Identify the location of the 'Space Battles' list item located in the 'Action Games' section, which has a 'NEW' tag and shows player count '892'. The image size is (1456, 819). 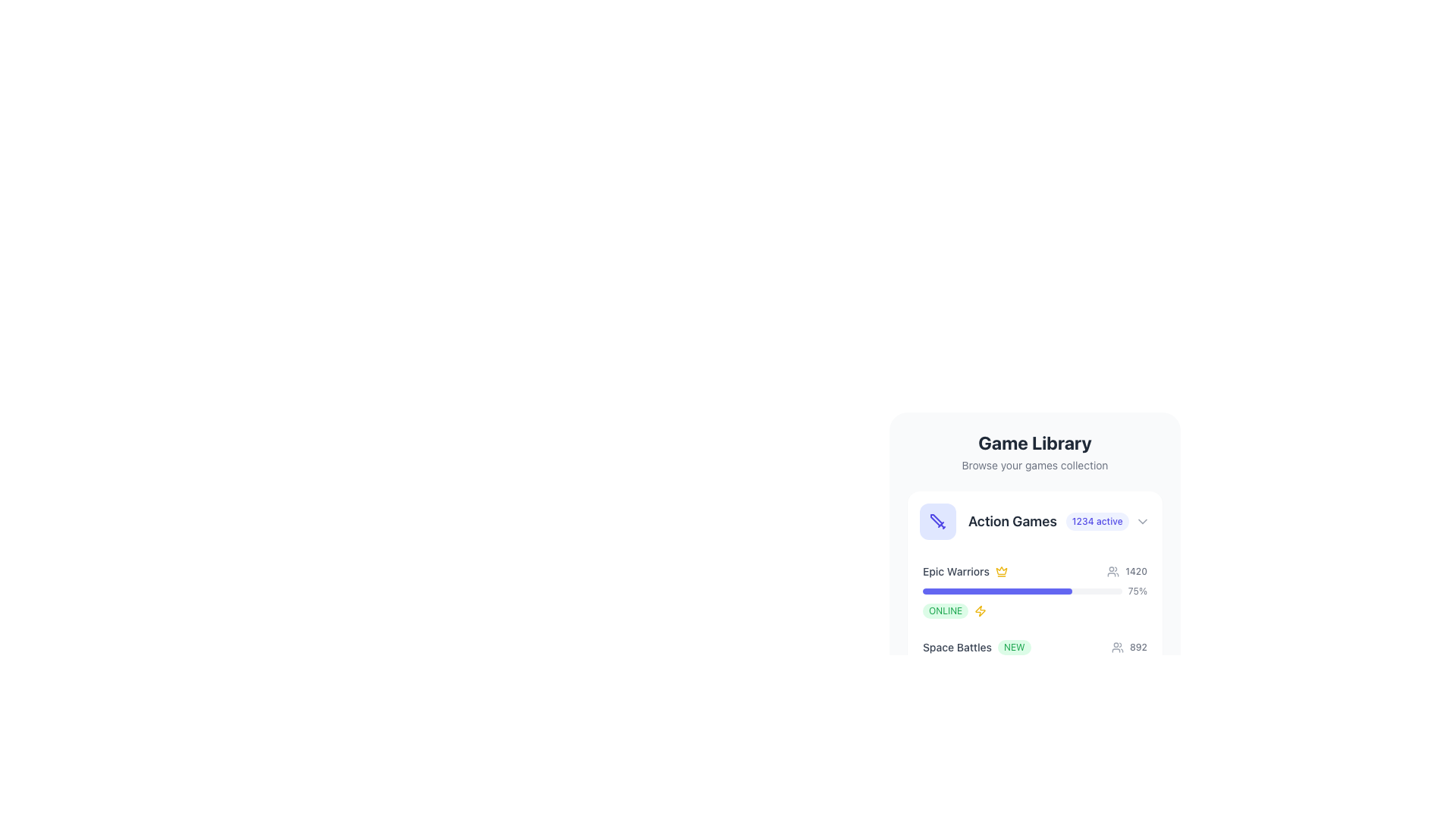
(1034, 647).